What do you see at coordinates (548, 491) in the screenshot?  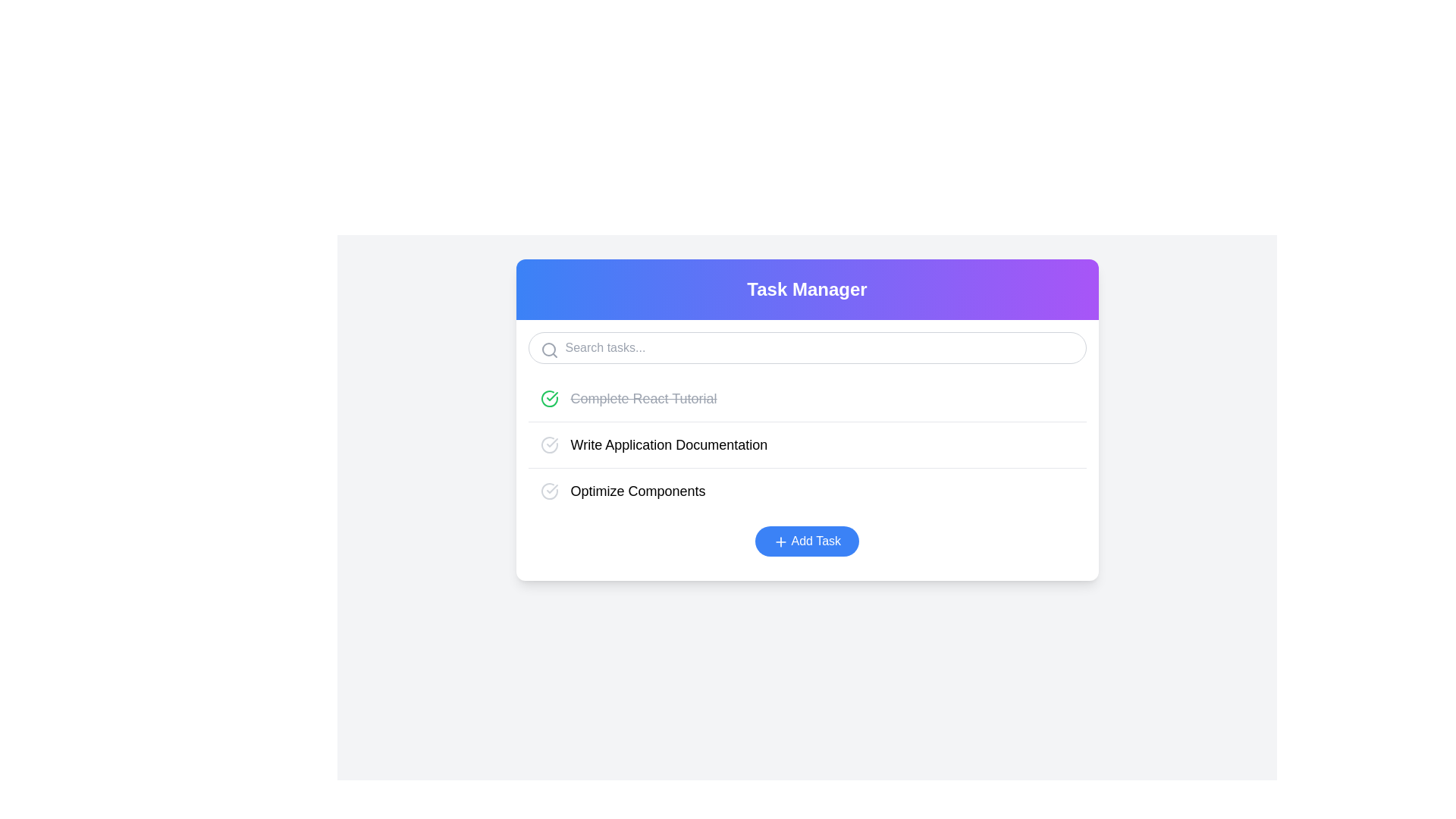 I see `the circular icon with a checkmark inside, which indicates task completion for the 'Optimize Components' entry in the task list` at bounding box center [548, 491].